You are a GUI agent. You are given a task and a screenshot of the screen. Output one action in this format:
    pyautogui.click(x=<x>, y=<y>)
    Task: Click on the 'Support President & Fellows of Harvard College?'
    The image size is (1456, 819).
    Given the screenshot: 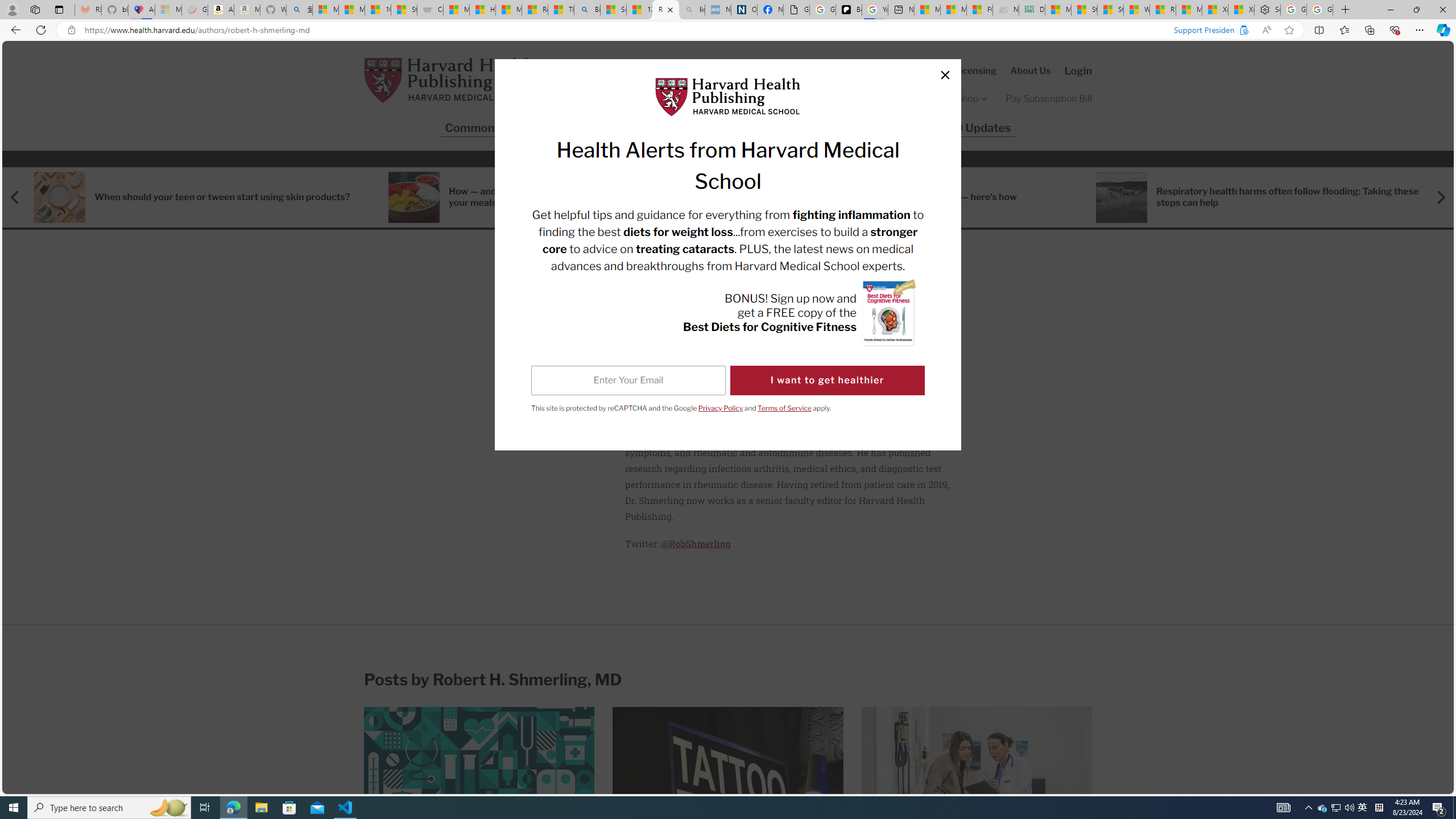 What is the action you would take?
    pyautogui.click(x=1235, y=30)
    